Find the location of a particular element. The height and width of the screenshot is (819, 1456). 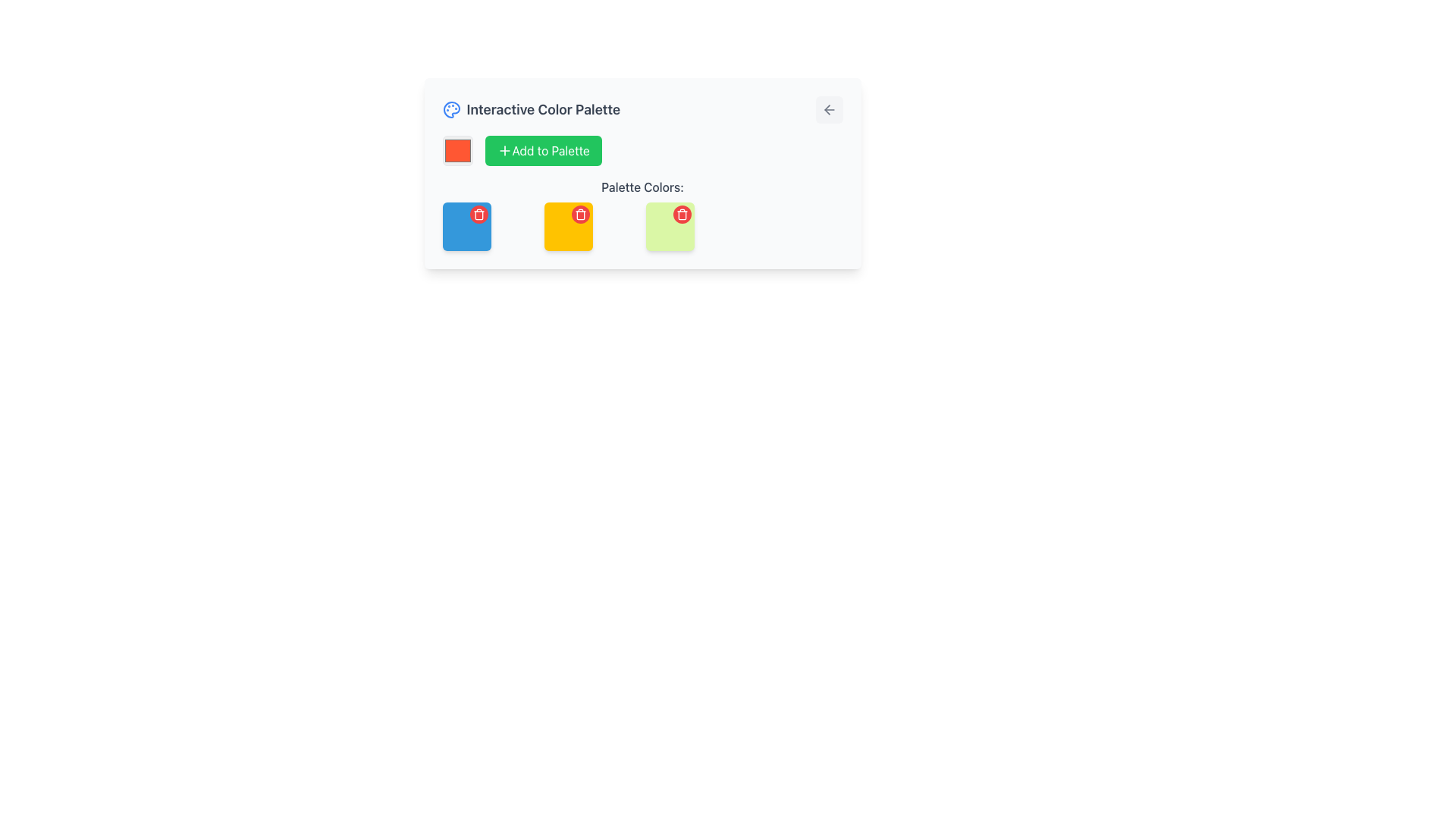

the delete icon located at the top-right corner of the red circular button is located at coordinates (579, 214).